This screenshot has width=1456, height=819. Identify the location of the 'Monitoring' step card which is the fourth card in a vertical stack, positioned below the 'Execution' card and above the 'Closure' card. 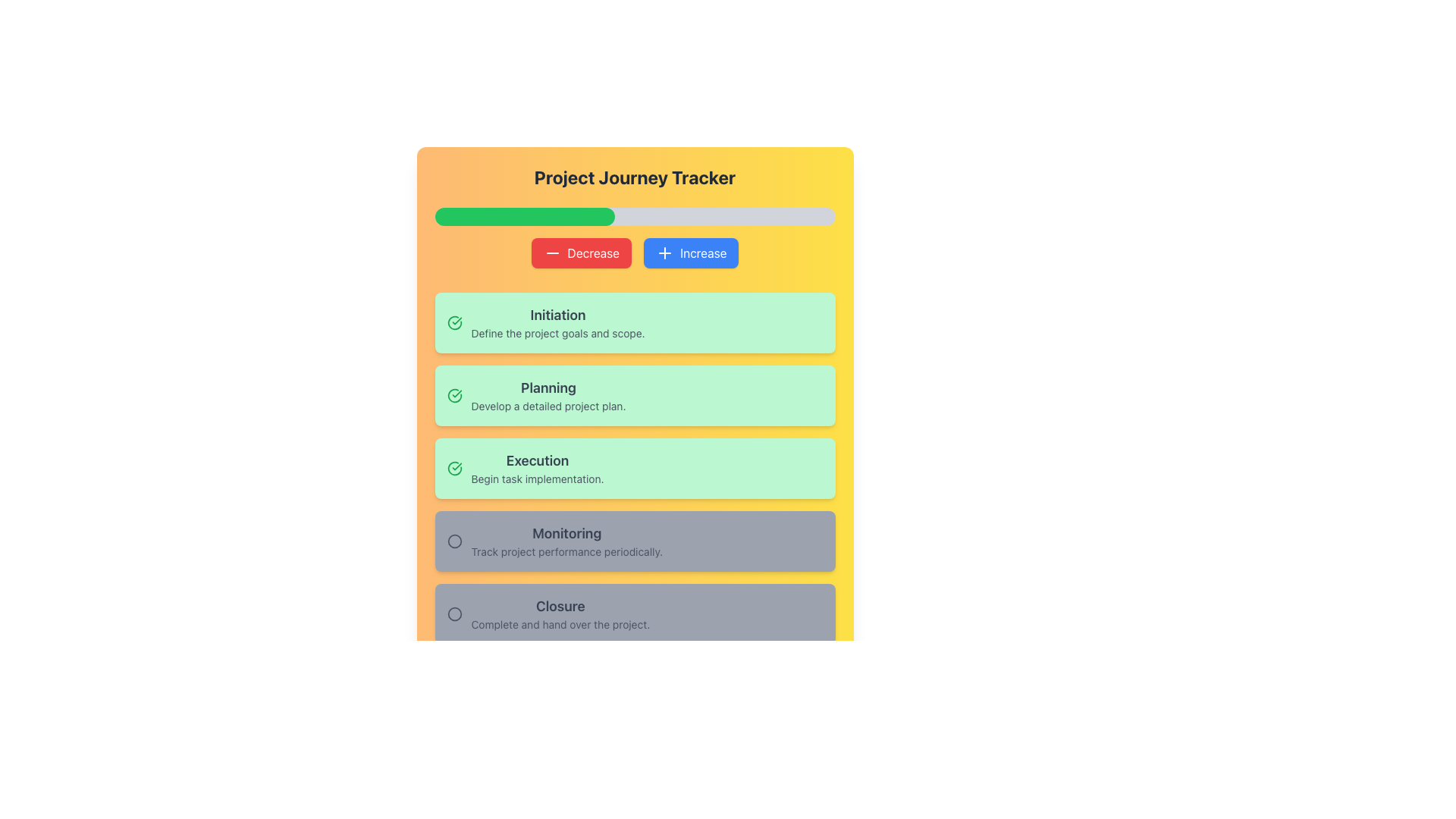
(566, 540).